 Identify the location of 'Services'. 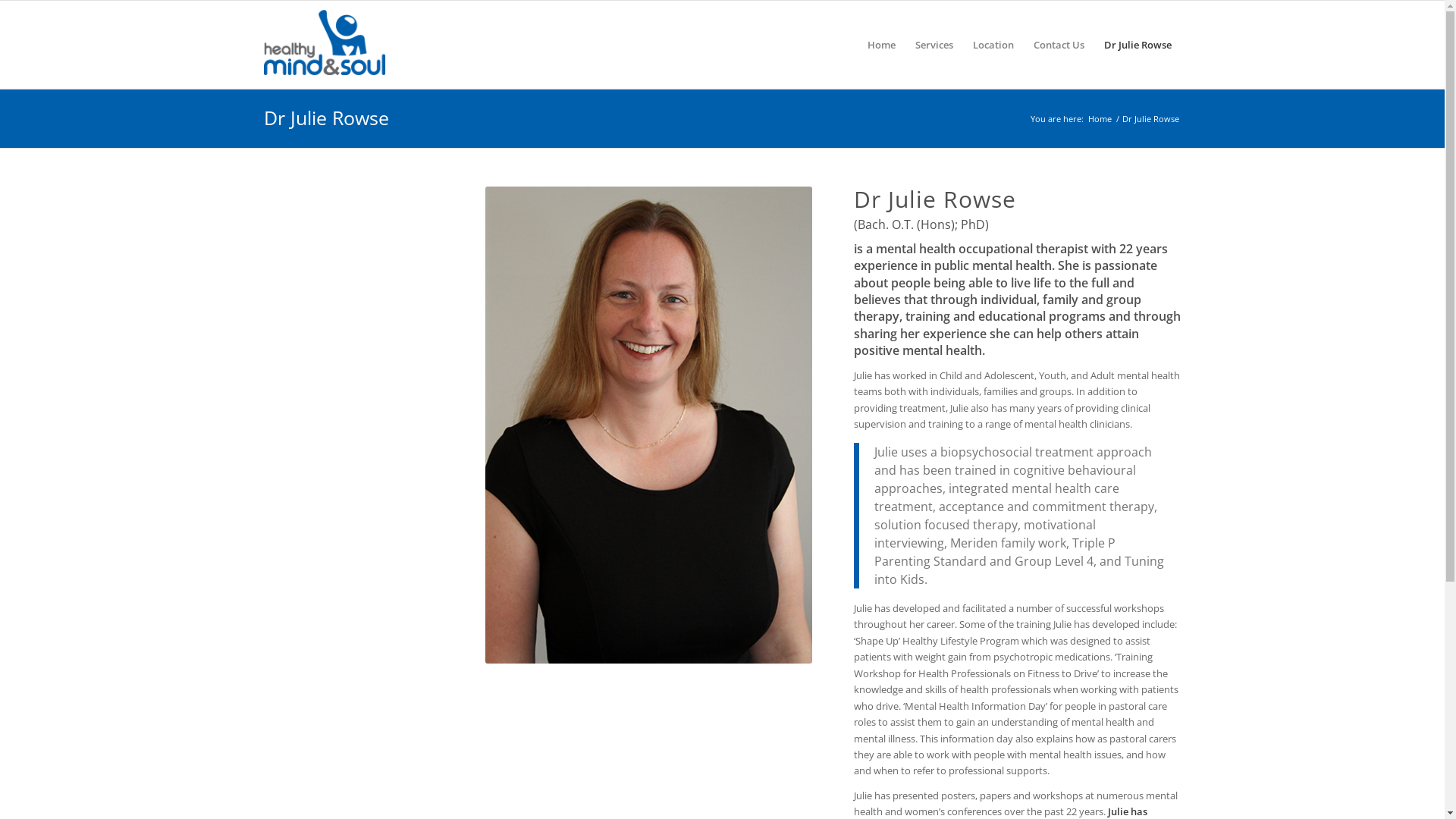
(934, 43).